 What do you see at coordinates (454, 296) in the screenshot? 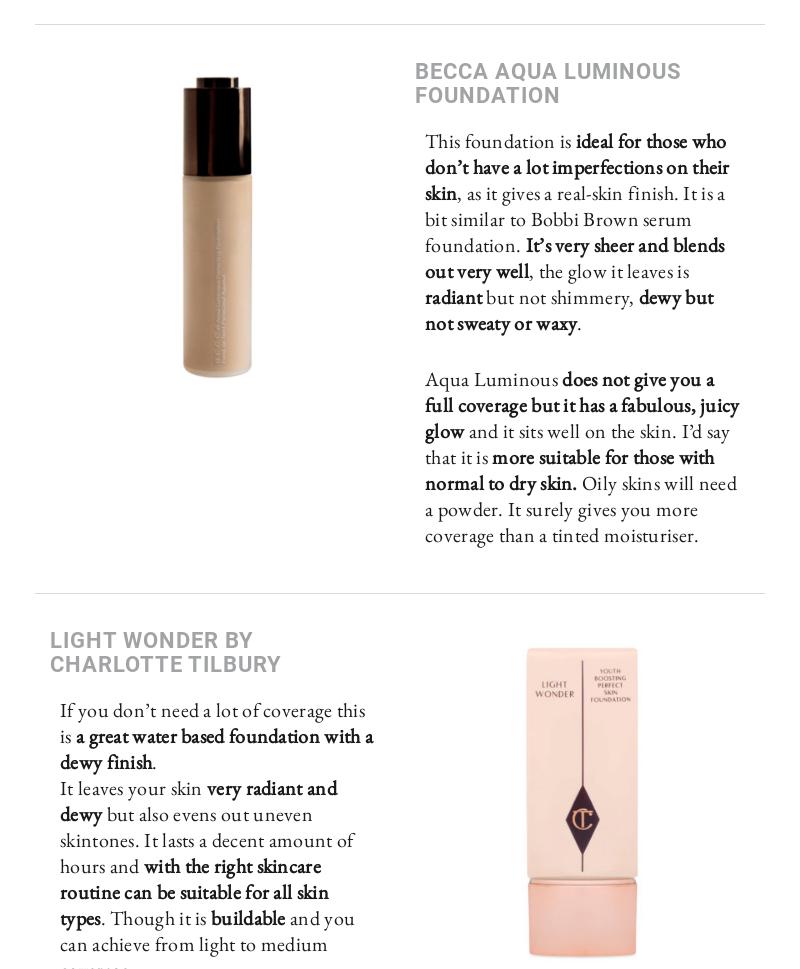
I see `'radiant'` at bounding box center [454, 296].